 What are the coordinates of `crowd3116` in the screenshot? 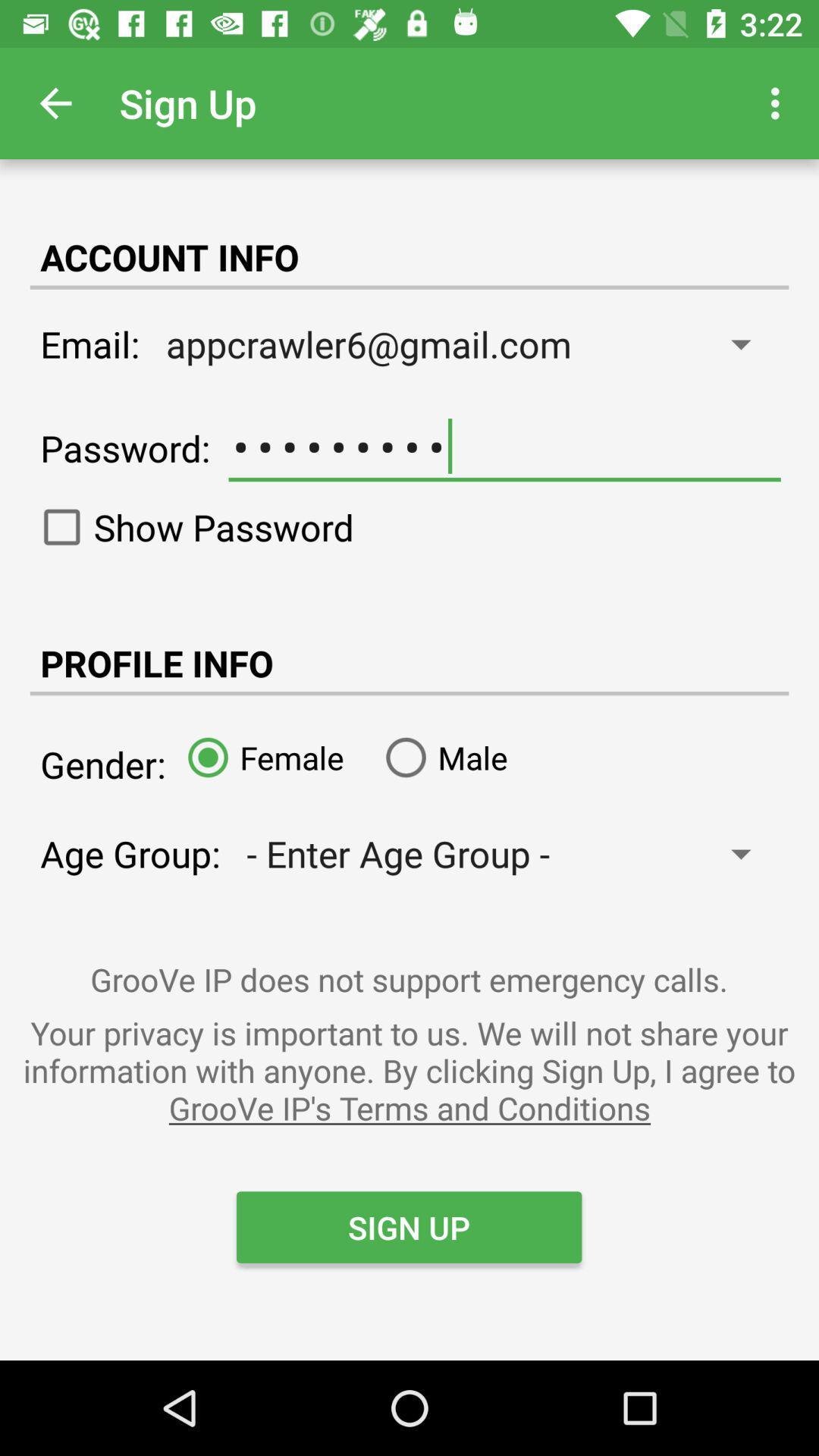 It's located at (504, 446).